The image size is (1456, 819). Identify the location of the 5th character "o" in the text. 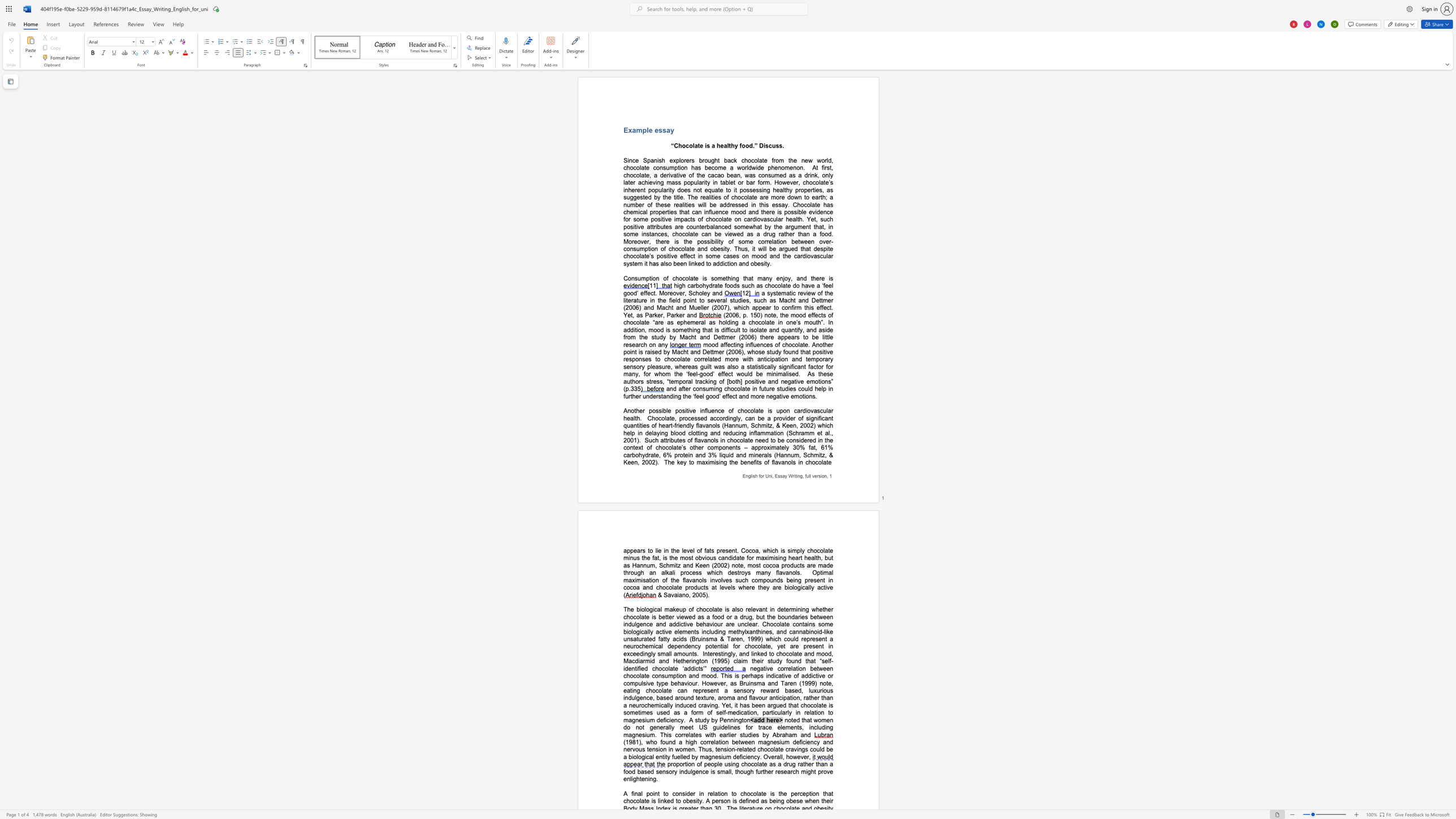
(710, 609).